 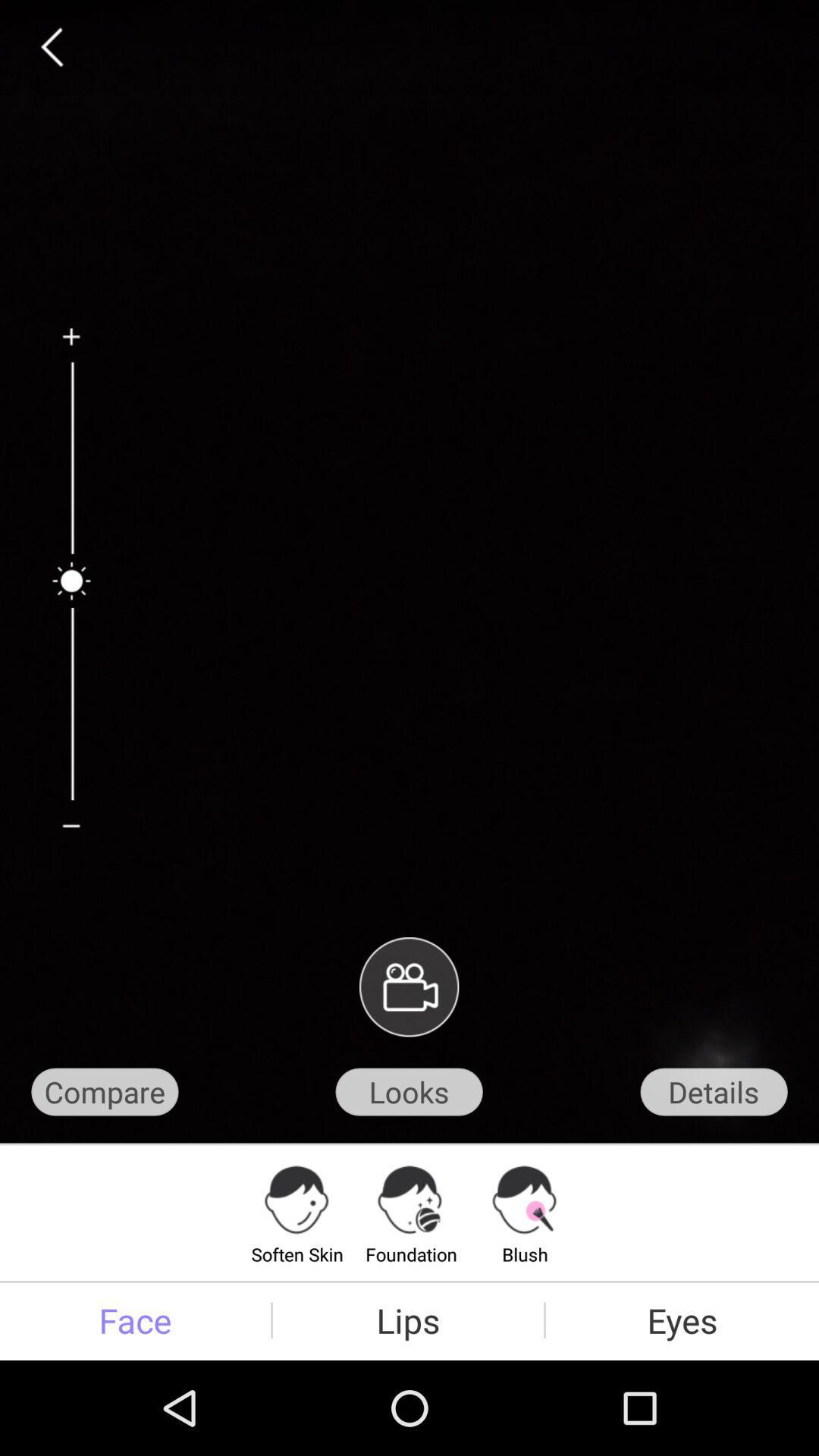 I want to click on icon on top of text soften skin, so click(x=297, y=1199).